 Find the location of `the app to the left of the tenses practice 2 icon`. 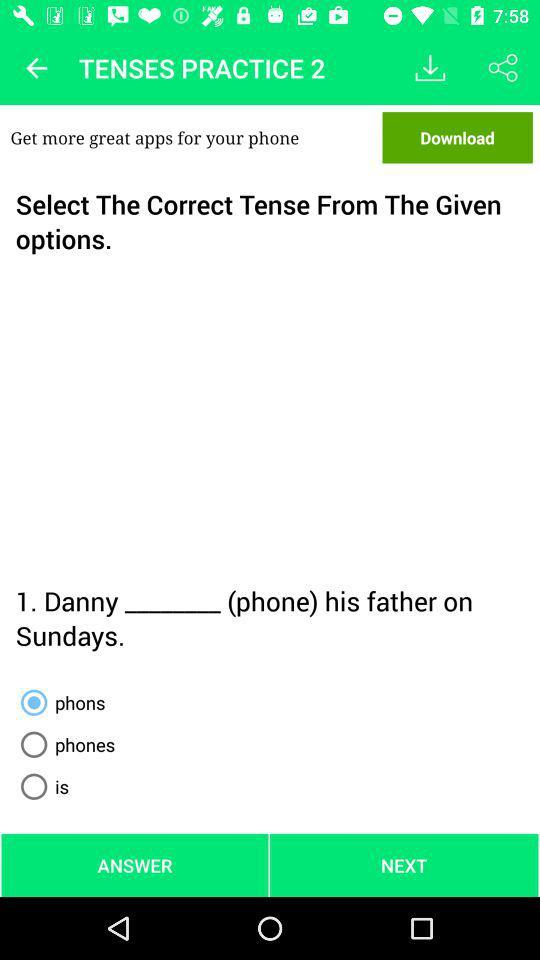

the app to the left of the tenses practice 2 icon is located at coordinates (36, 68).